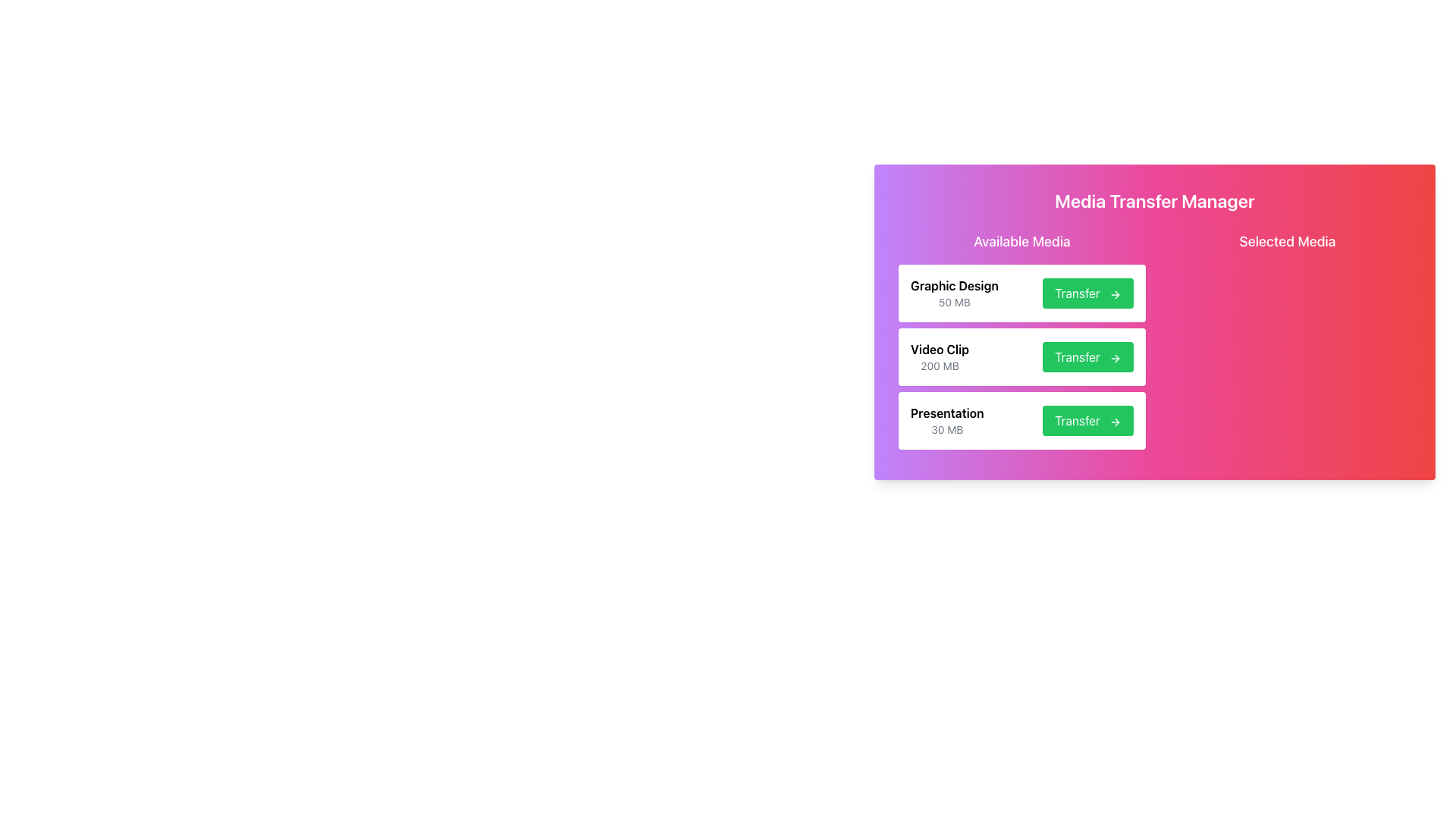  What do you see at coordinates (1087, 356) in the screenshot?
I see `the second transfer button labeled 'Video Clip, 200 MB' to initiate the transfer process` at bounding box center [1087, 356].